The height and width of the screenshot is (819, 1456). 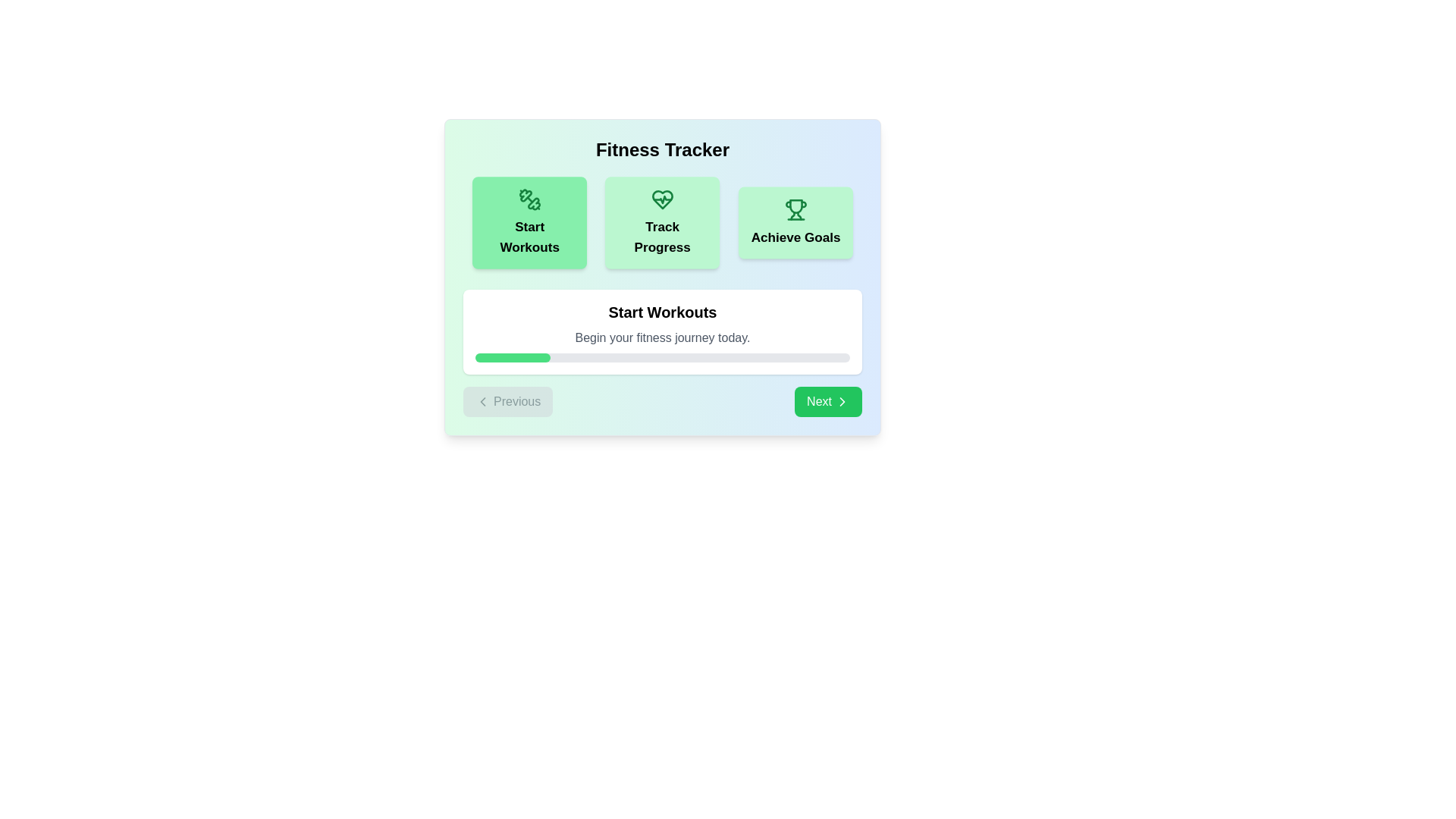 What do you see at coordinates (795, 206) in the screenshot?
I see `the 'Achieve Goals' icon, which is the central component of the third button group in the primary button row, to engage with the motivational theme of the user interface` at bounding box center [795, 206].